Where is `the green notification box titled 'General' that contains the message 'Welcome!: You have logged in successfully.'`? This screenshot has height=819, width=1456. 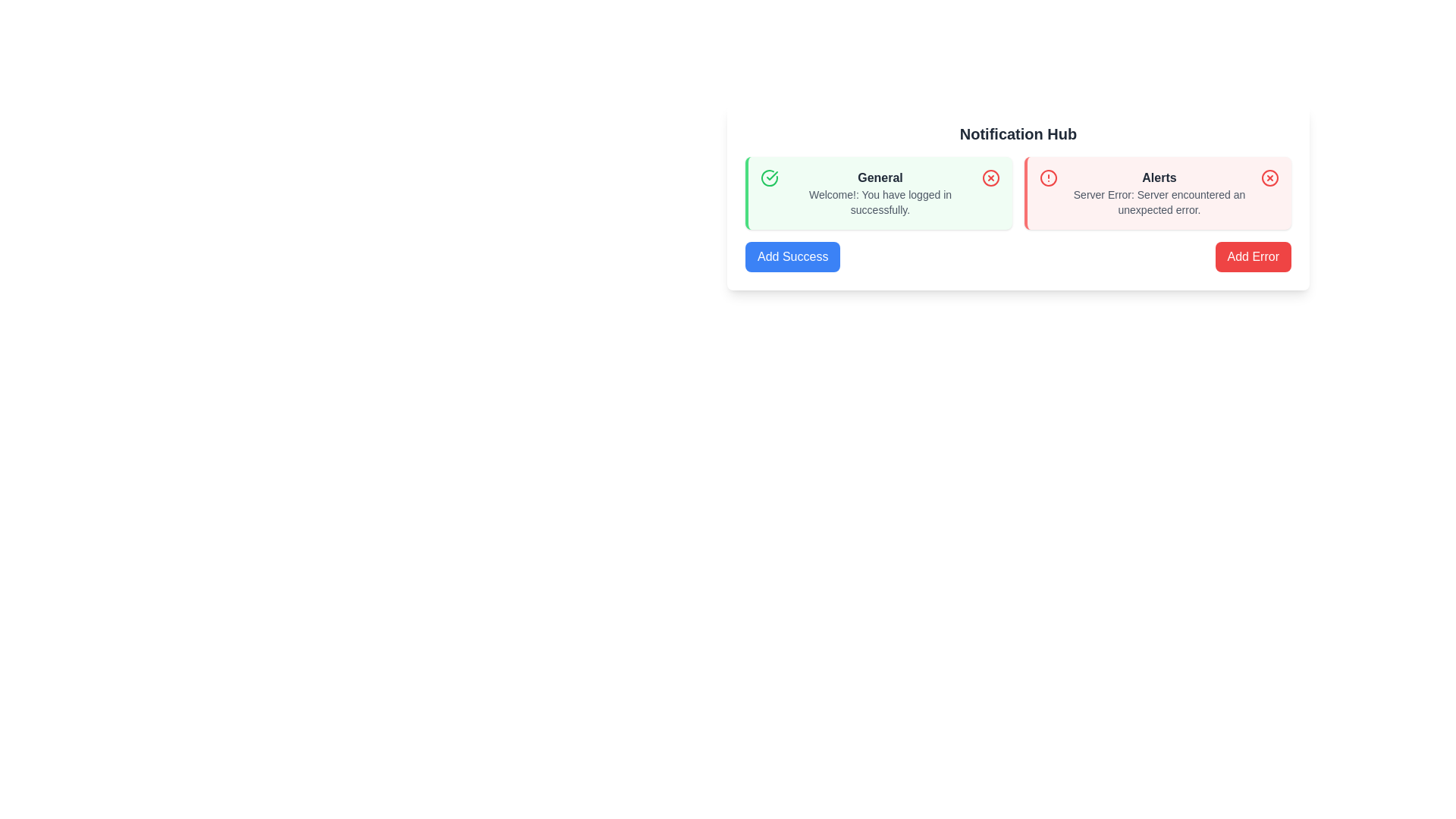
the green notification box titled 'General' that contains the message 'Welcome!: You have logged in successfully.' is located at coordinates (878, 192).